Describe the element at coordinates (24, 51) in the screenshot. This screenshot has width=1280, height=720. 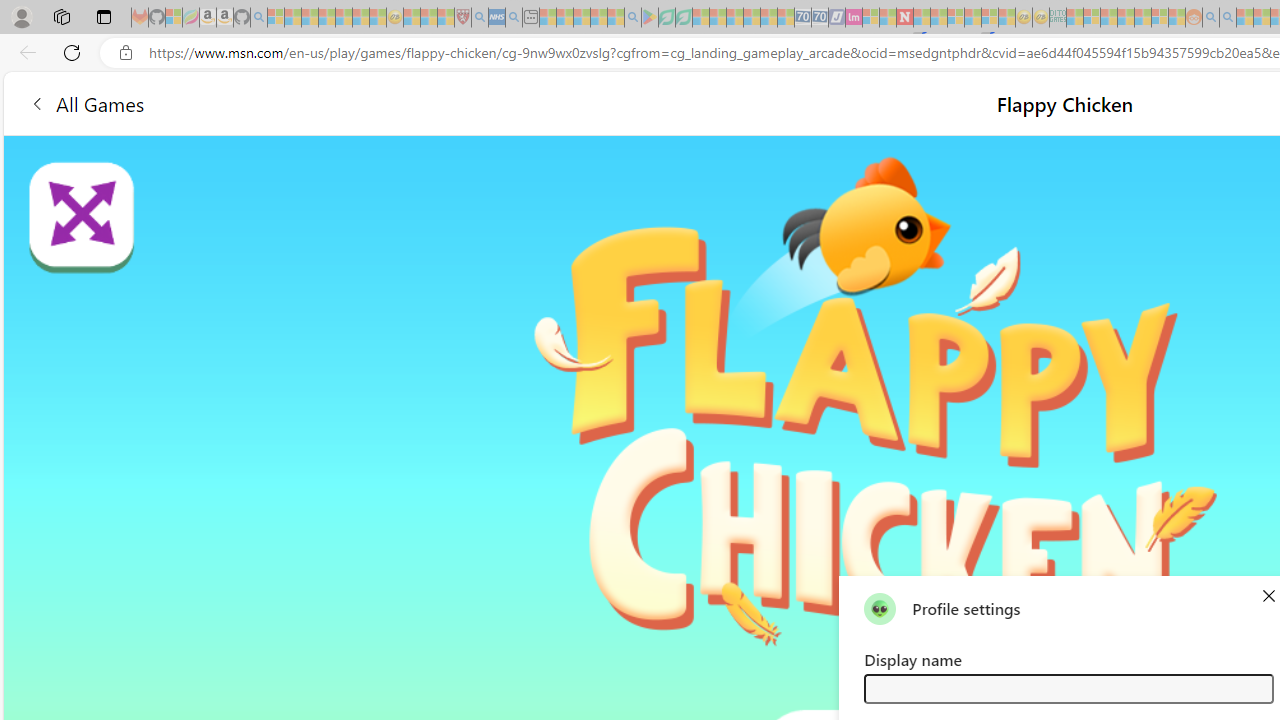
I see `'Back'` at that location.